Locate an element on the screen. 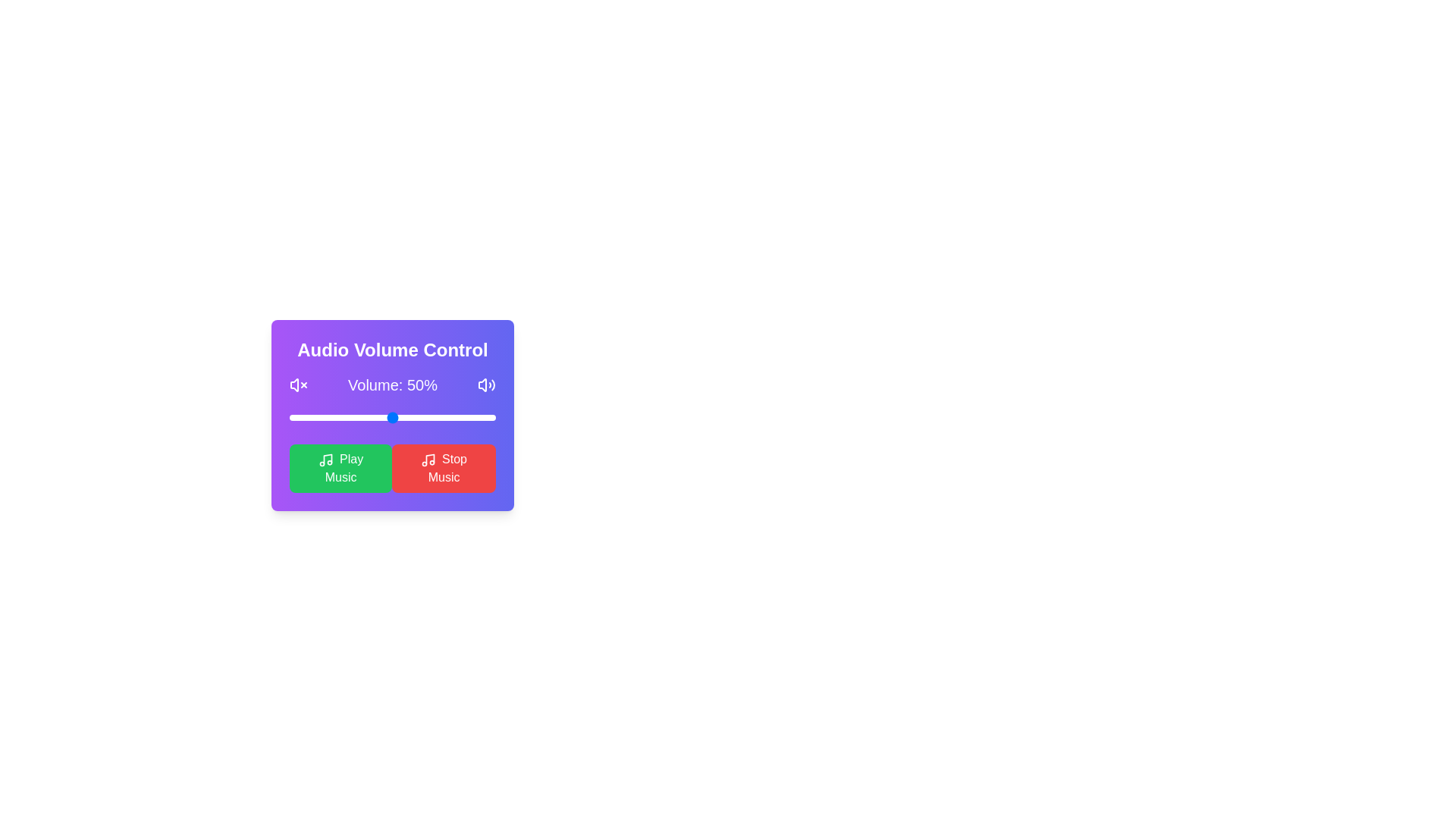  the stop music button located in the bottom-right corner of the control panel is located at coordinates (443, 467).